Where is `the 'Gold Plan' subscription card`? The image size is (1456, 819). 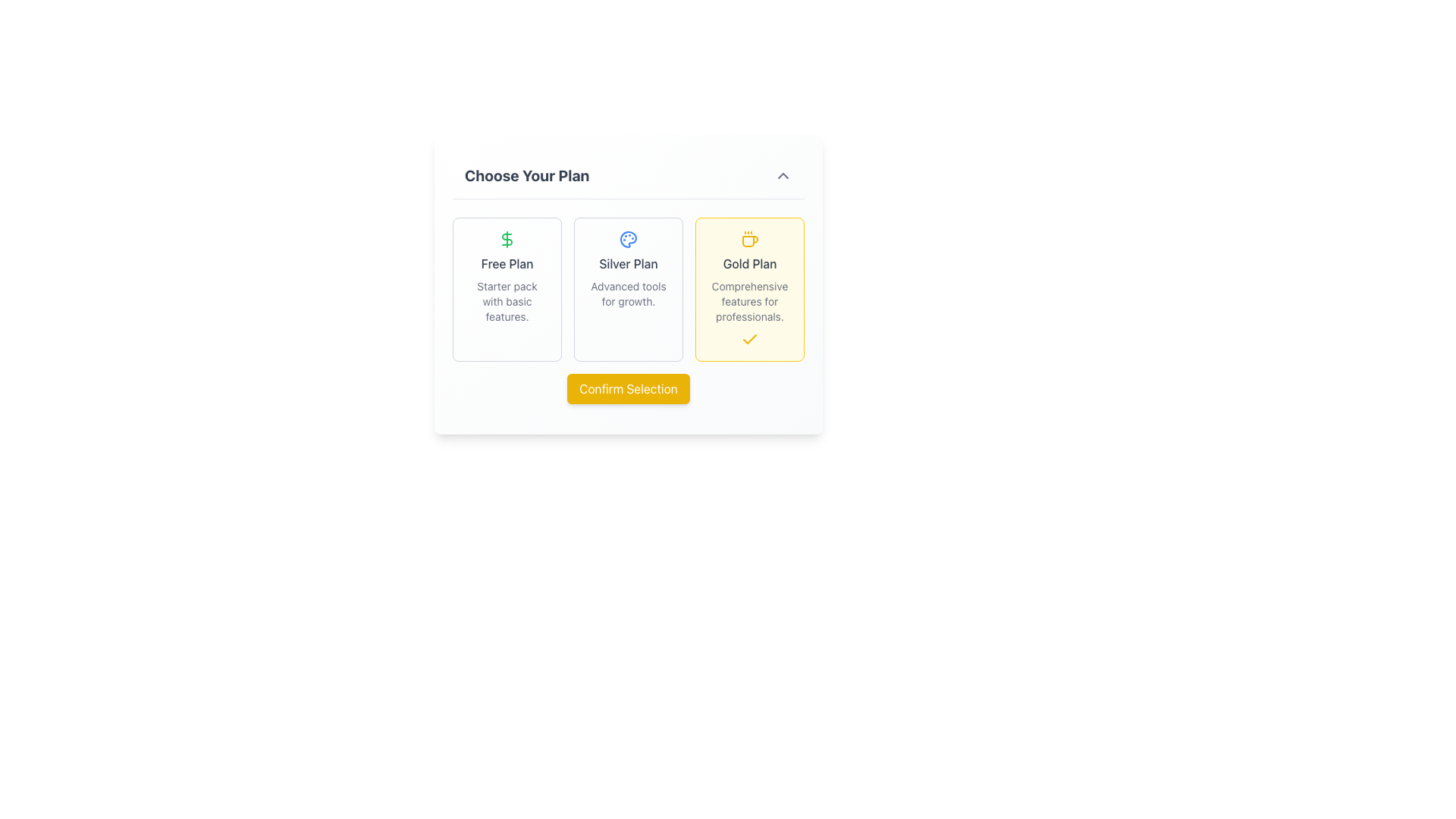
the 'Gold Plan' subscription card is located at coordinates (749, 289).